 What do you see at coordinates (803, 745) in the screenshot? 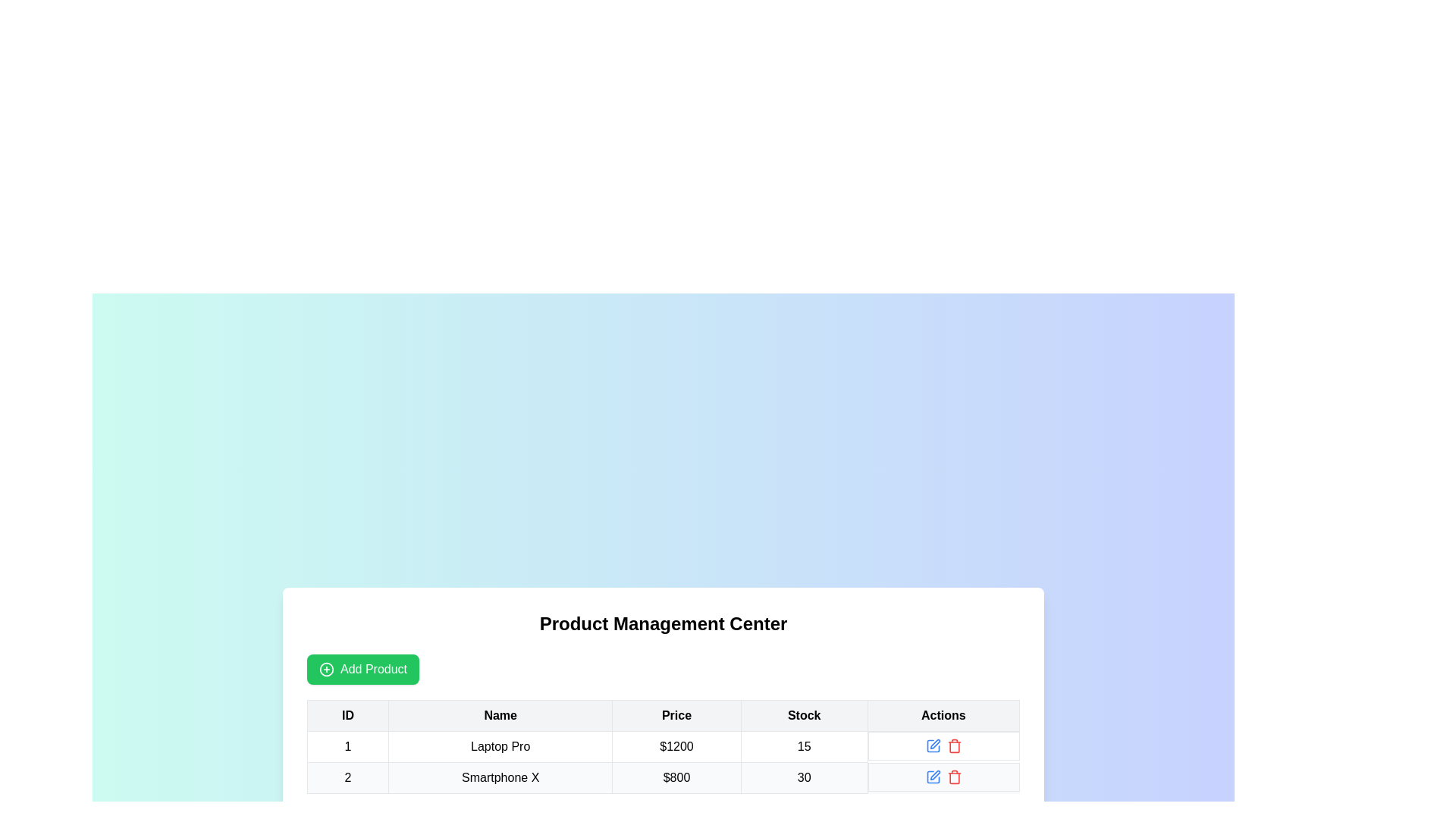
I see `the table cell containing the text '15' in the 'Stock' column for the first product ('Laptop Pro')` at bounding box center [803, 745].